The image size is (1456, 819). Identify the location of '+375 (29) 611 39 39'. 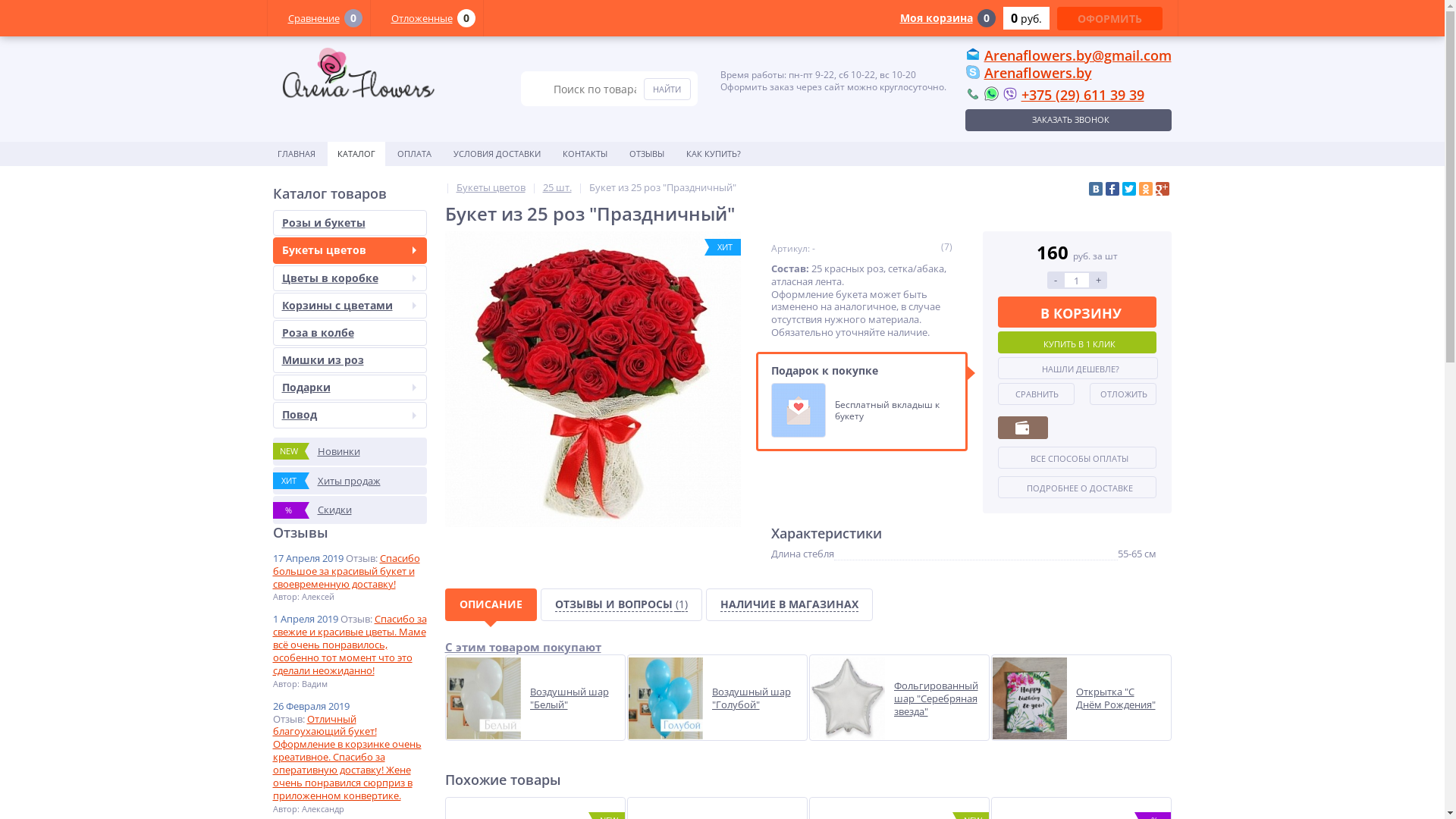
(1081, 94).